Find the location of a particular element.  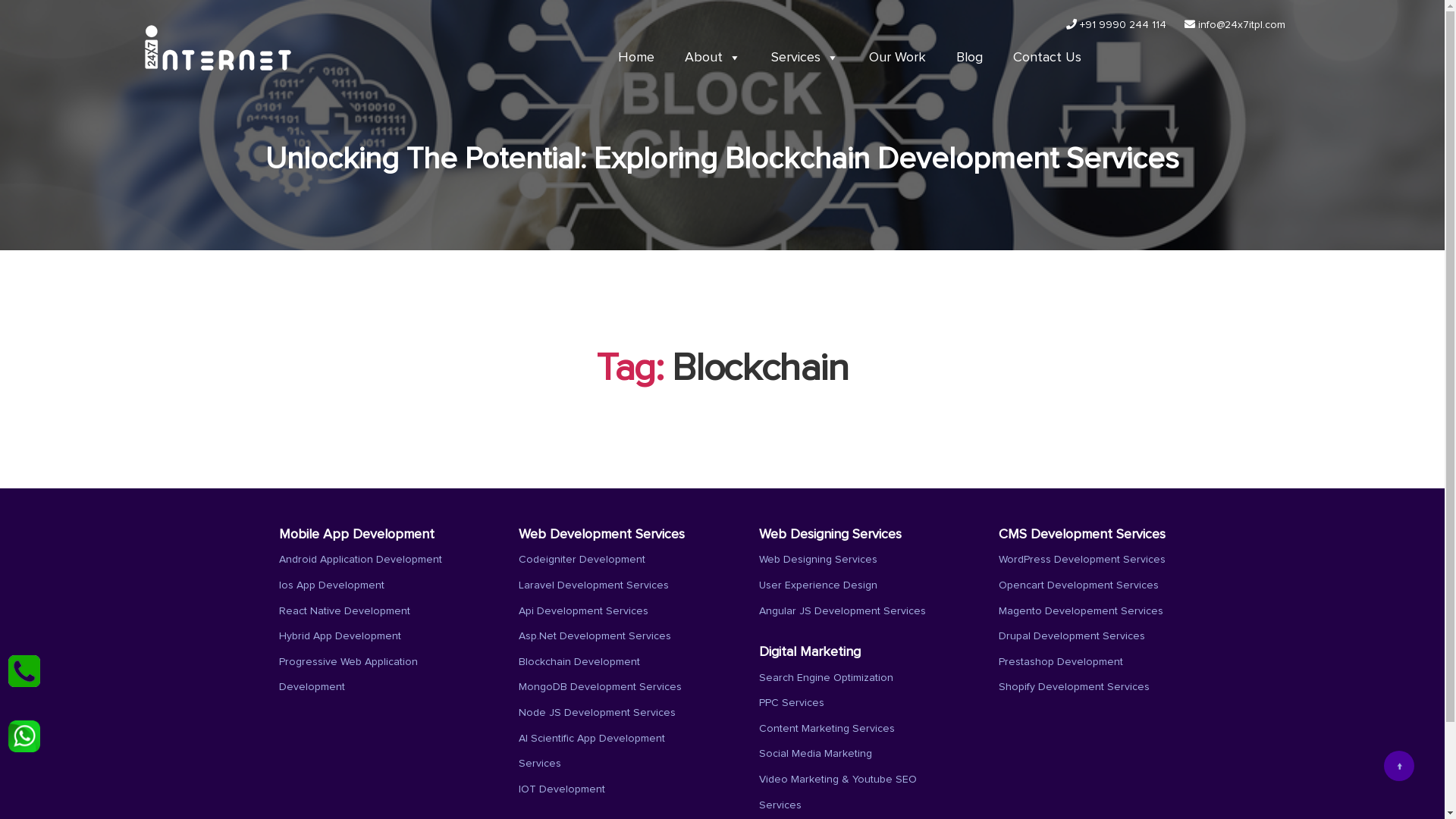

'Blog' is located at coordinates (968, 57).